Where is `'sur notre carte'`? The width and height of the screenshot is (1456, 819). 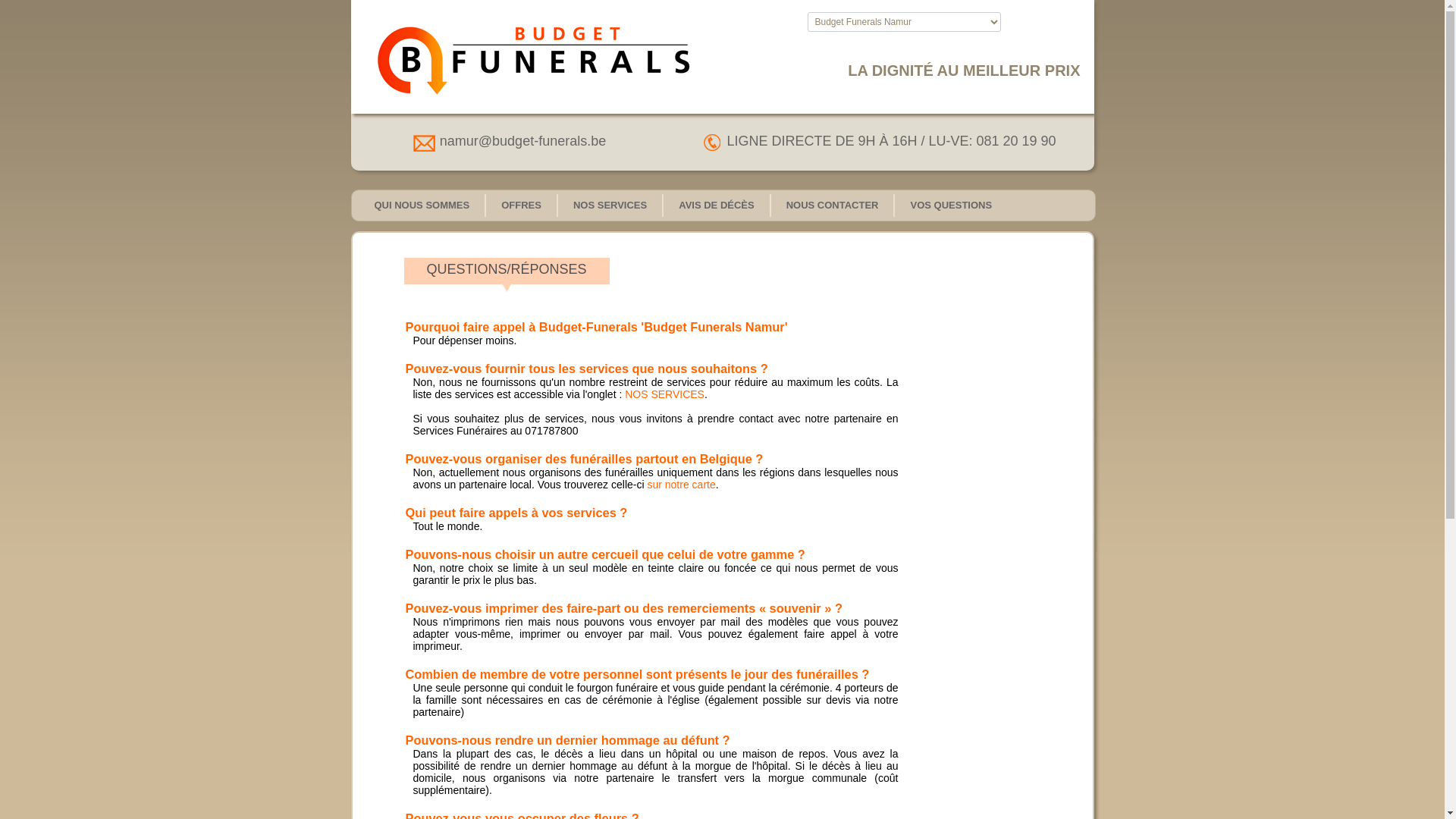 'sur notre carte' is located at coordinates (679, 485).